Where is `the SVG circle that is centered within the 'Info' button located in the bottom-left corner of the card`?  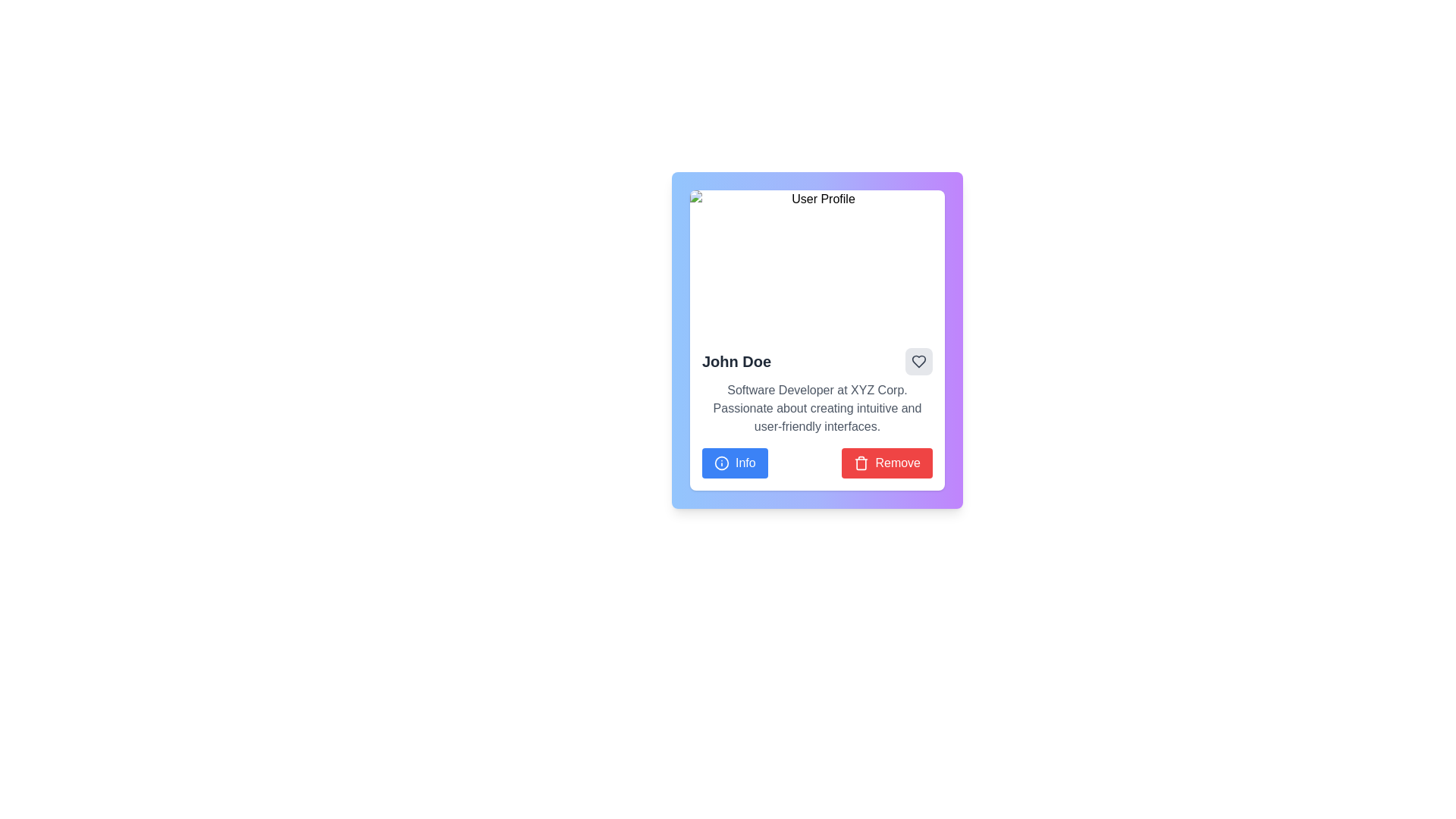 the SVG circle that is centered within the 'Info' button located in the bottom-left corner of the card is located at coordinates (720, 462).